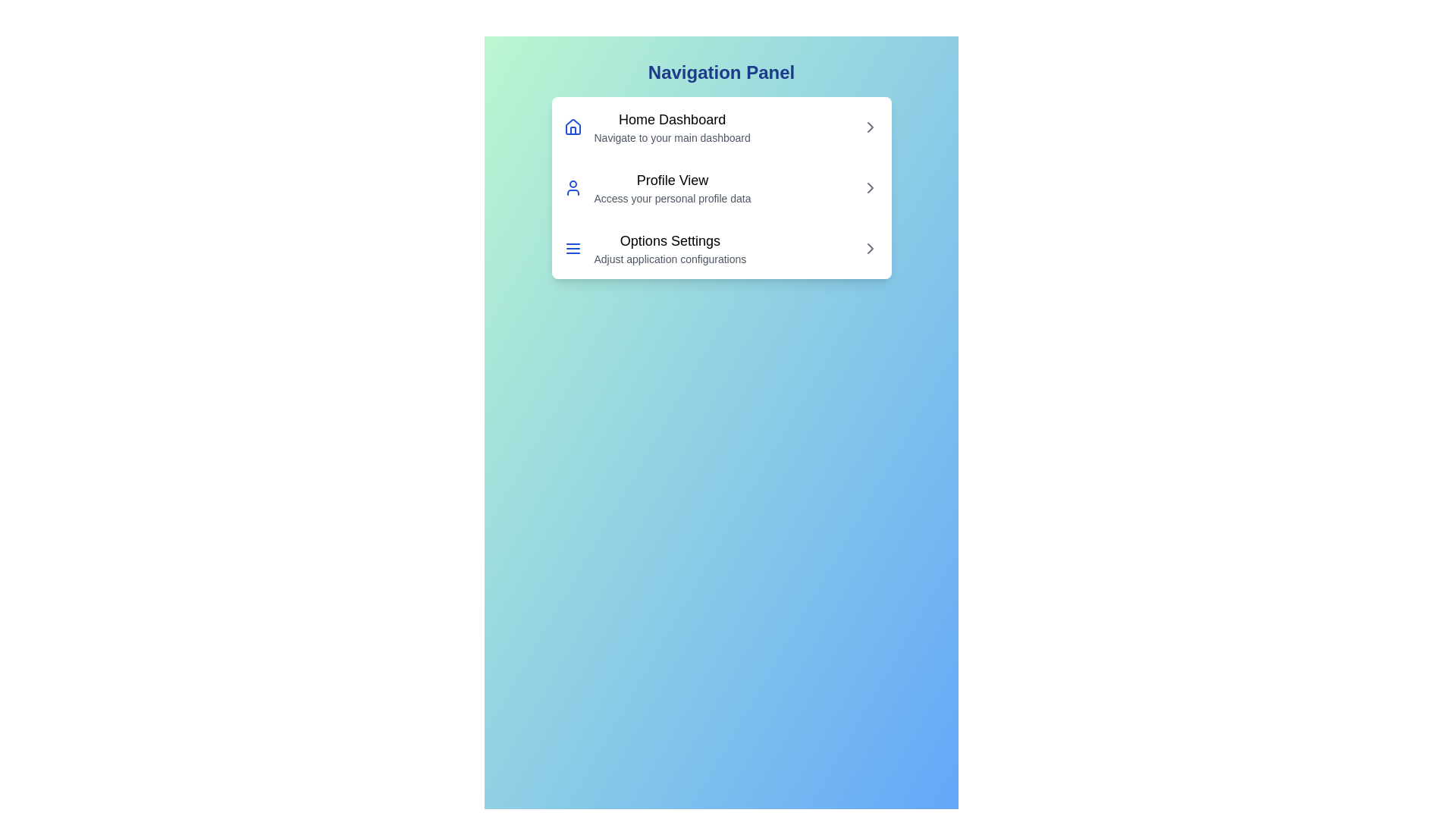  What do you see at coordinates (720, 127) in the screenshot?
I see `the menu item labeled Home Dashboard` at bounding box center [720, 127].